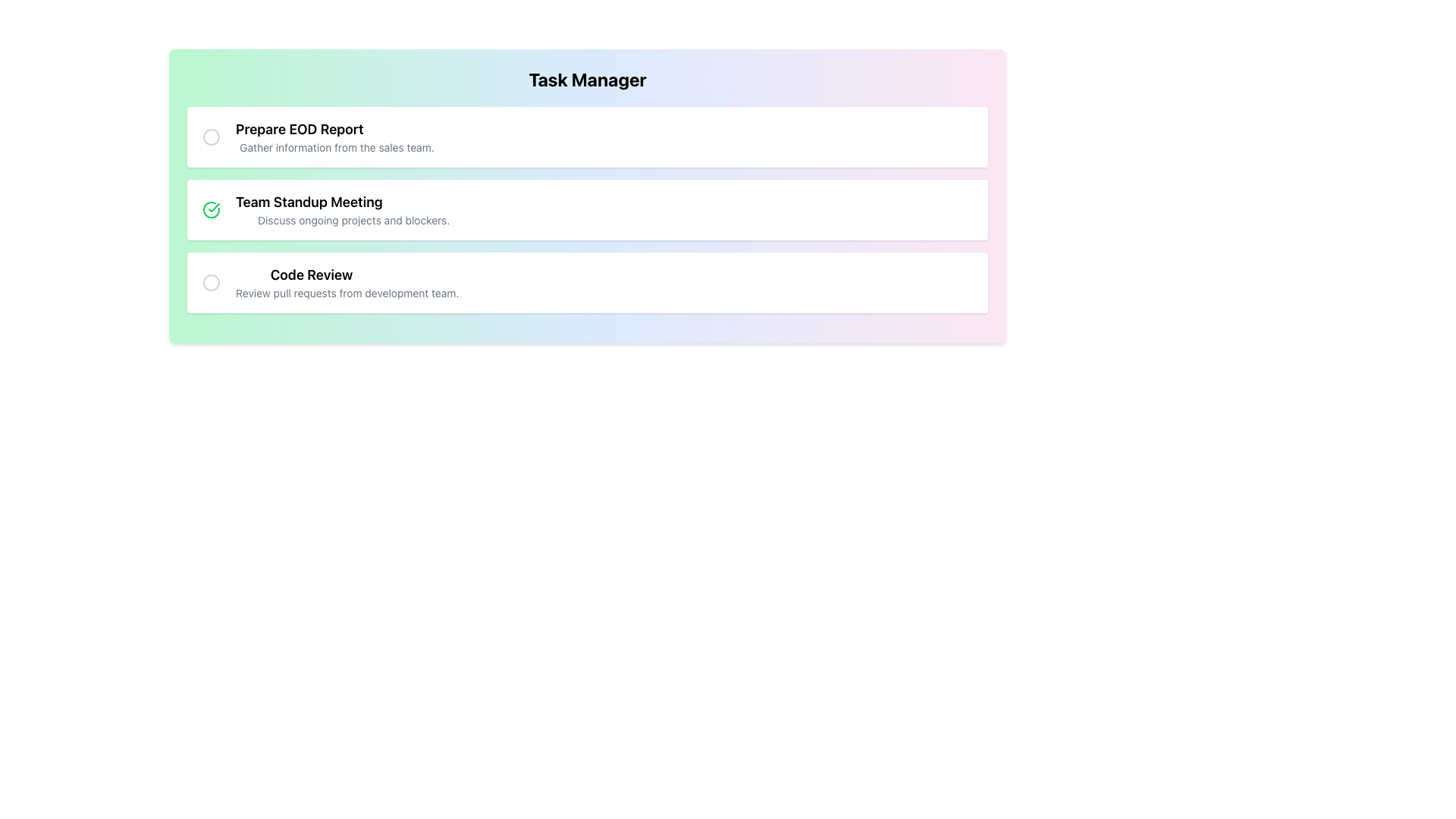 The width and height of the screenshot is (1456, 819). Describe the element at coordinates (210, 283) in the screenshot. I see `the circular selectable icon located to the left of the 'Code Review' item in the task list` at that location.